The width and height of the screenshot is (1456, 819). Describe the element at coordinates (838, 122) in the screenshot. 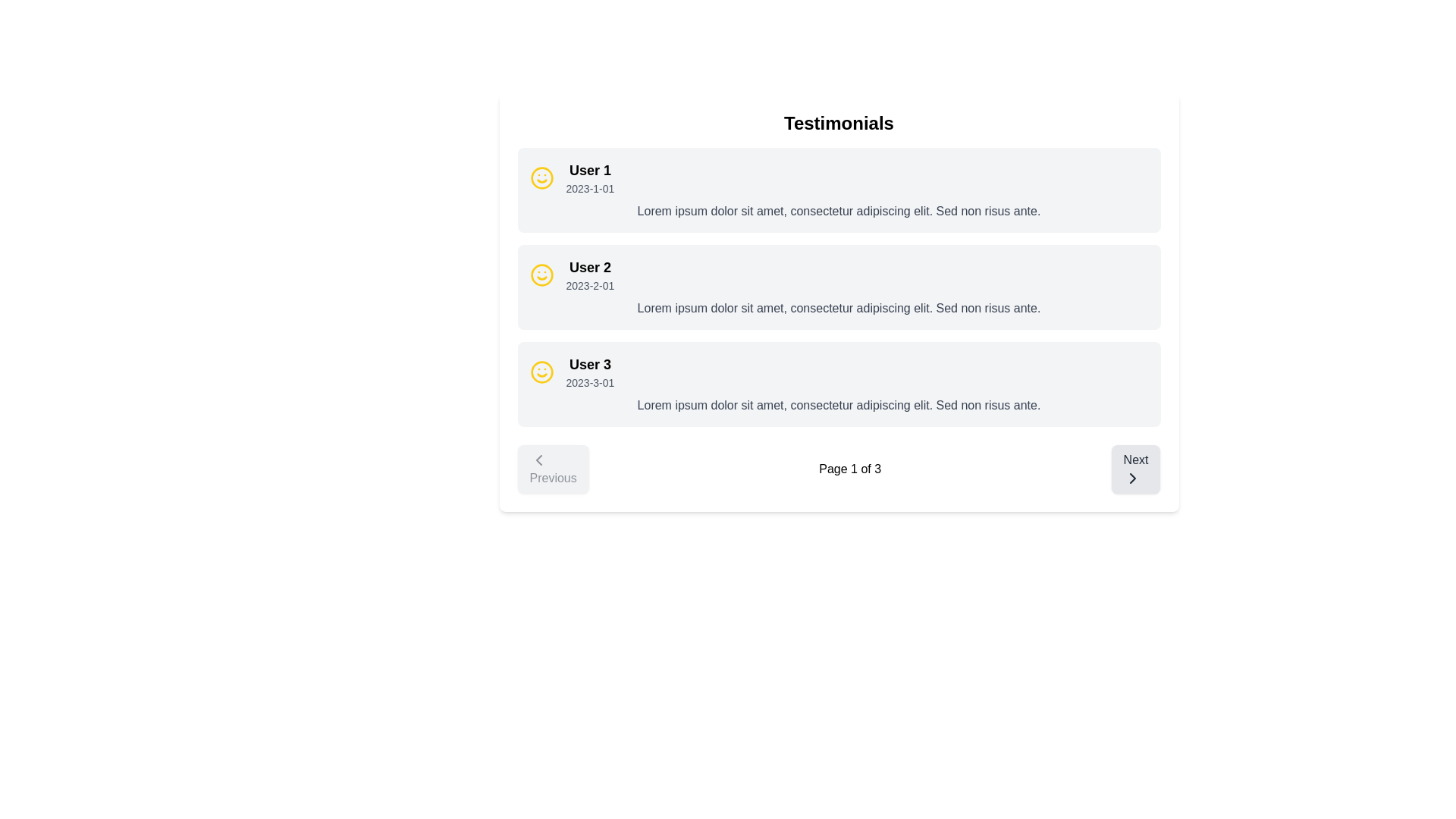

I see `the centered title text 'Testimonials', which is styled with a bold and large font size and positioned at the top of the section, just above the testimonial cards` at that location.